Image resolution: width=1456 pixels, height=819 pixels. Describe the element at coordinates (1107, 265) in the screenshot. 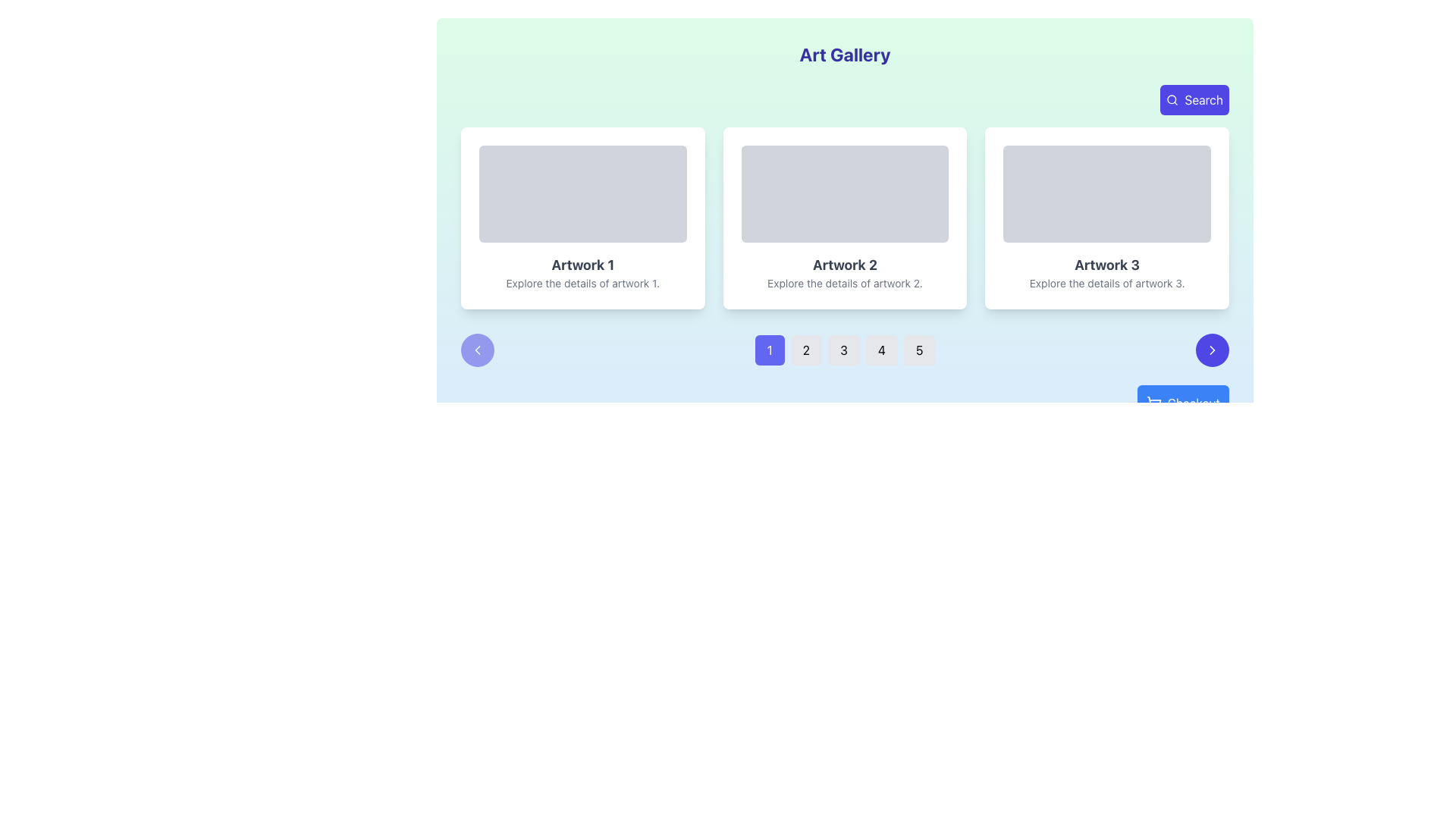

I see `the text label that identifies the artwork displayed in the third card of a horizontally oriented list, located below the image placeholder` at that location.